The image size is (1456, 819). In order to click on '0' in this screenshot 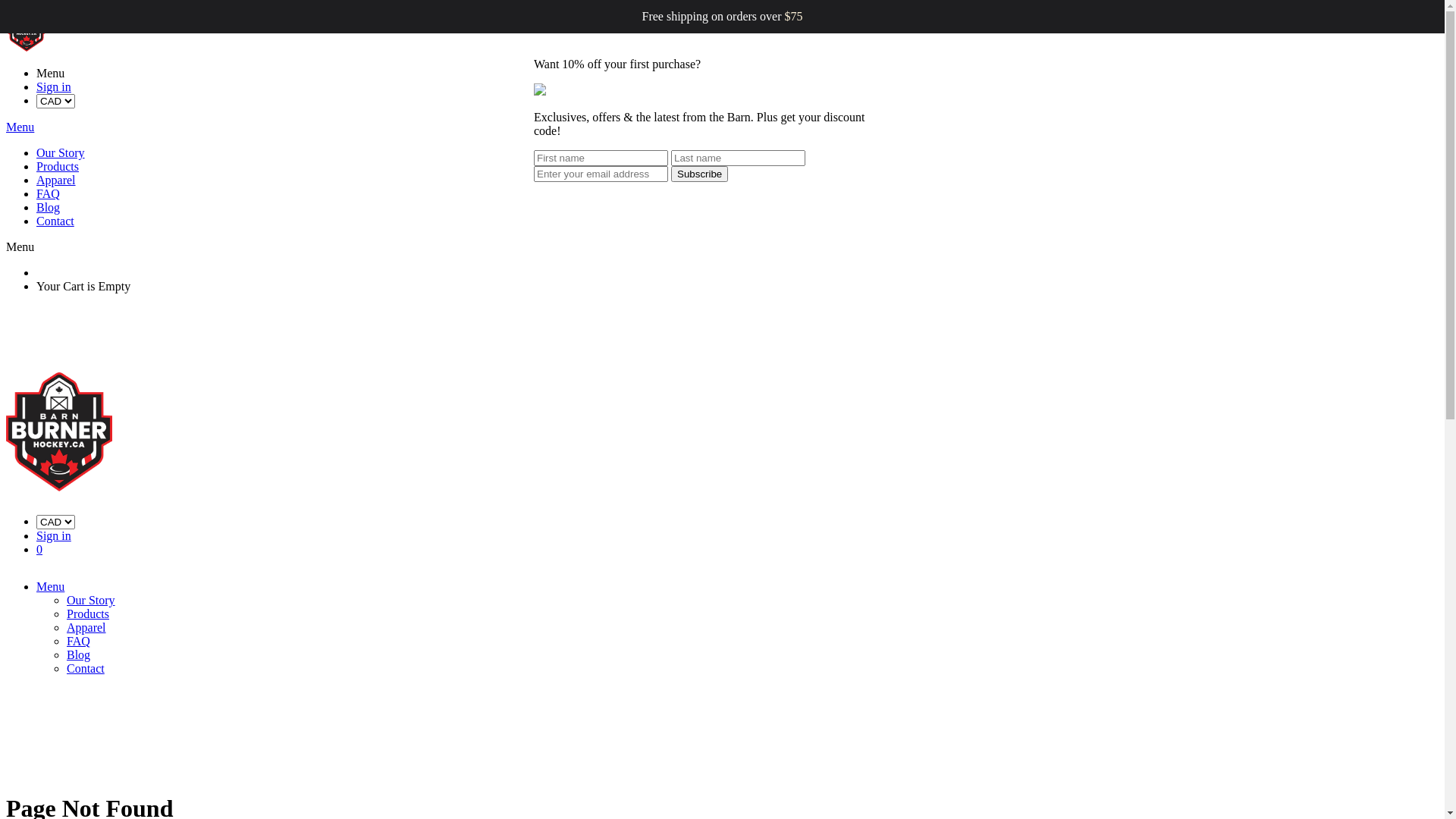, I will do `click(39, 549)`.